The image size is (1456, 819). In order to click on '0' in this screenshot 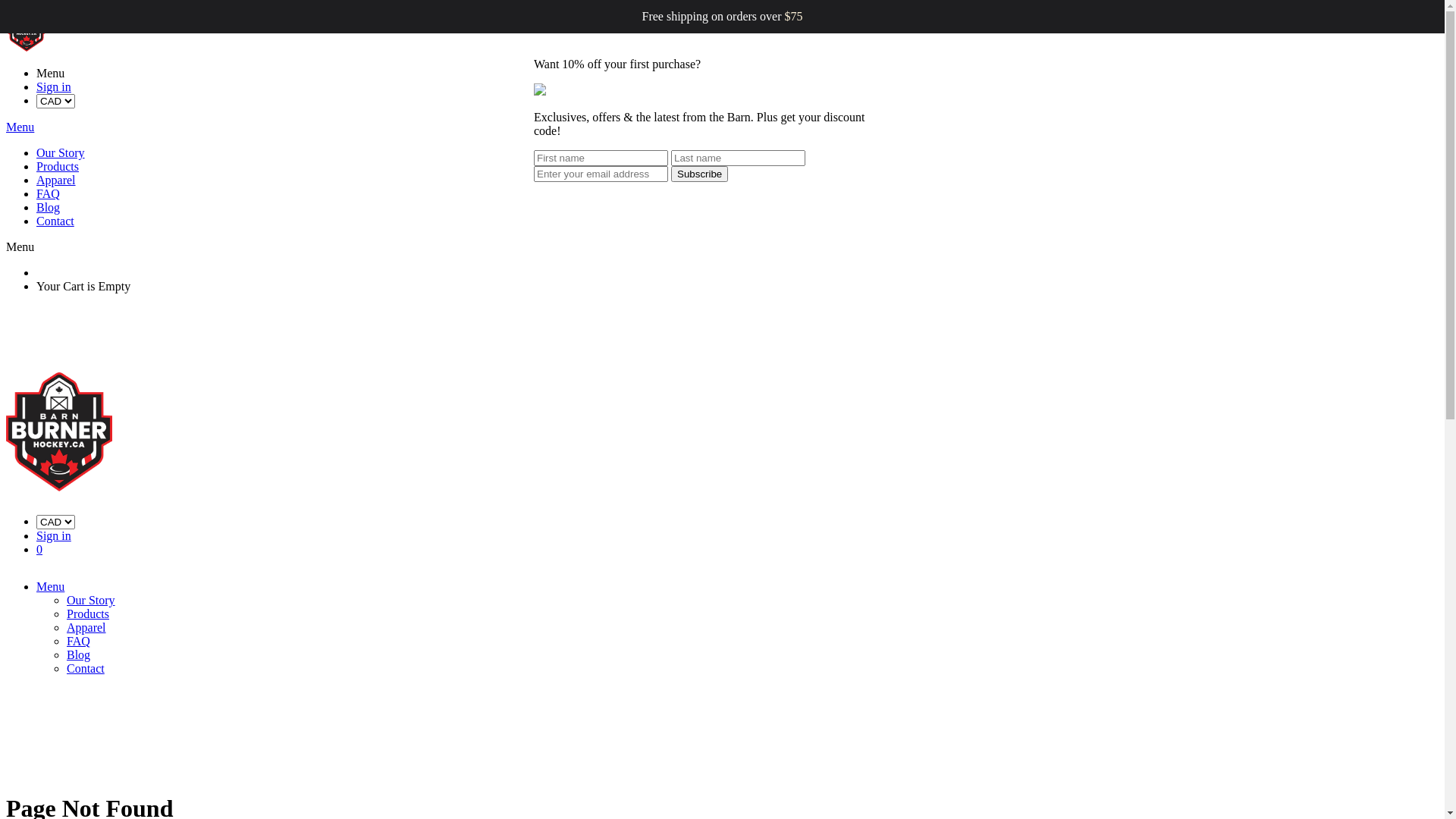, I will do `click(39, 549)`.